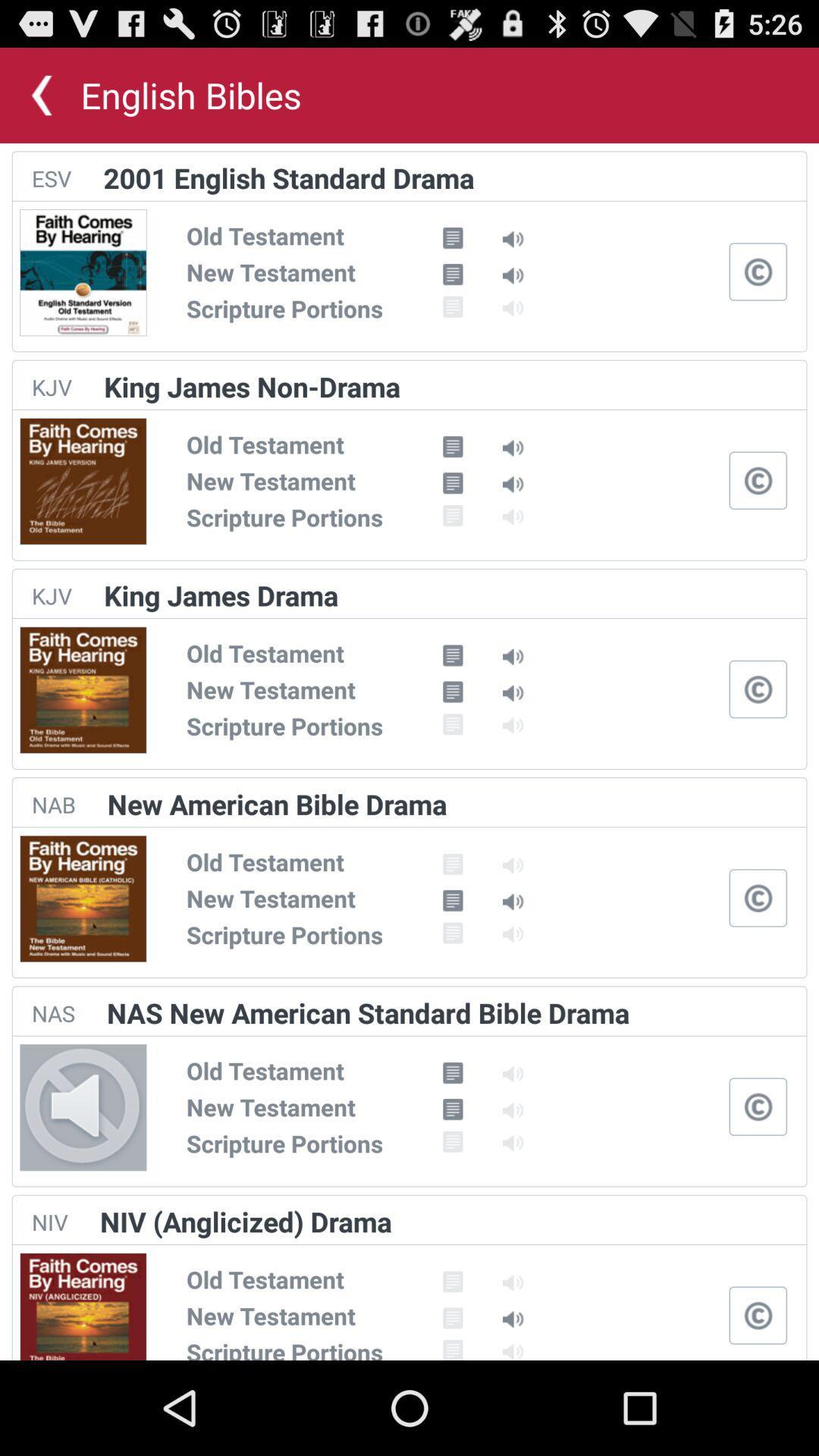  Describe the element at coordinates (245, 1222) in the screenshot. I see `the app next to niv item` at that location.